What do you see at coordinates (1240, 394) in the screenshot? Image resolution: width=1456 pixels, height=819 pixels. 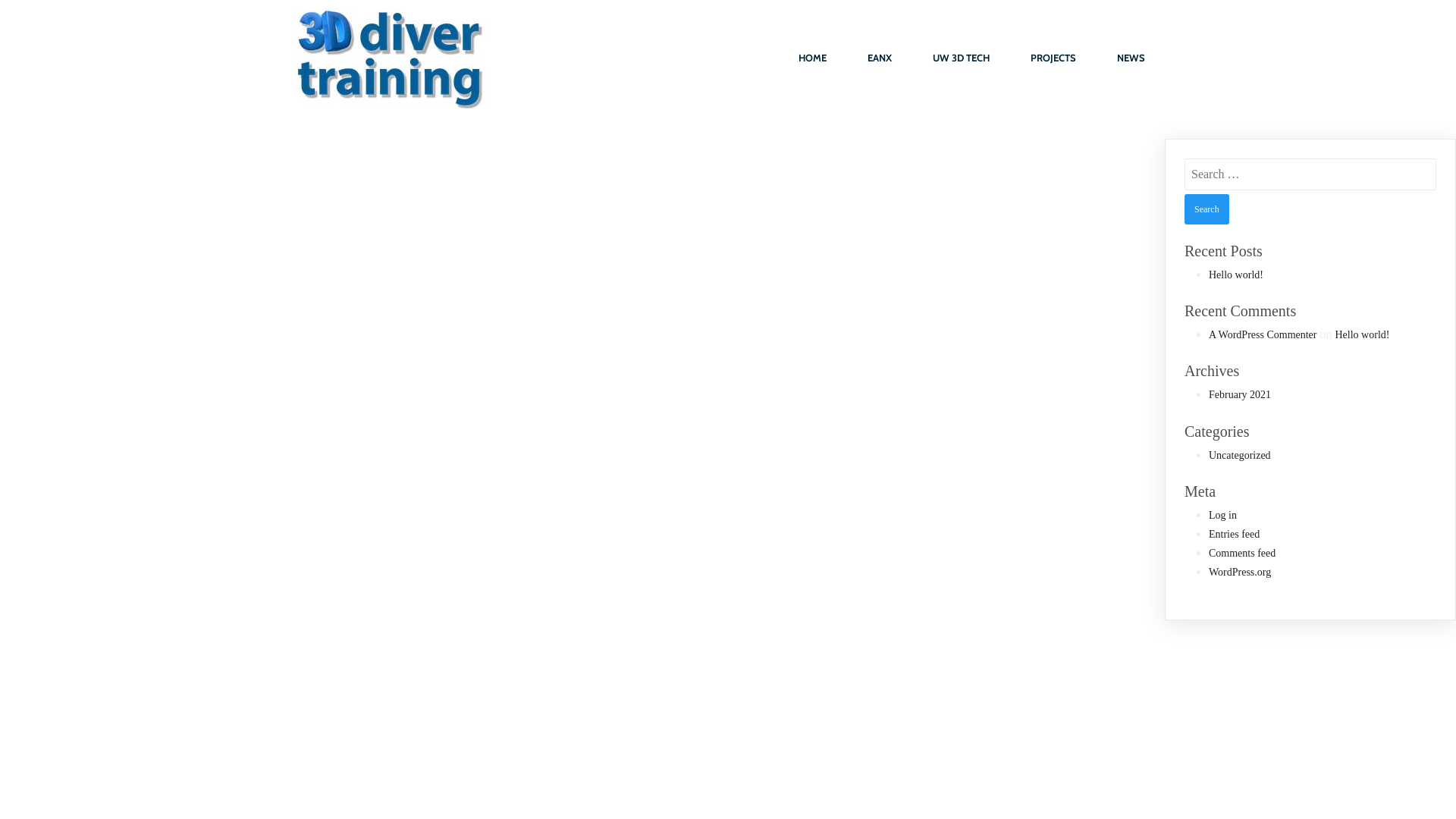 I see `'February 2021'` at bounding box center [1240, 394].